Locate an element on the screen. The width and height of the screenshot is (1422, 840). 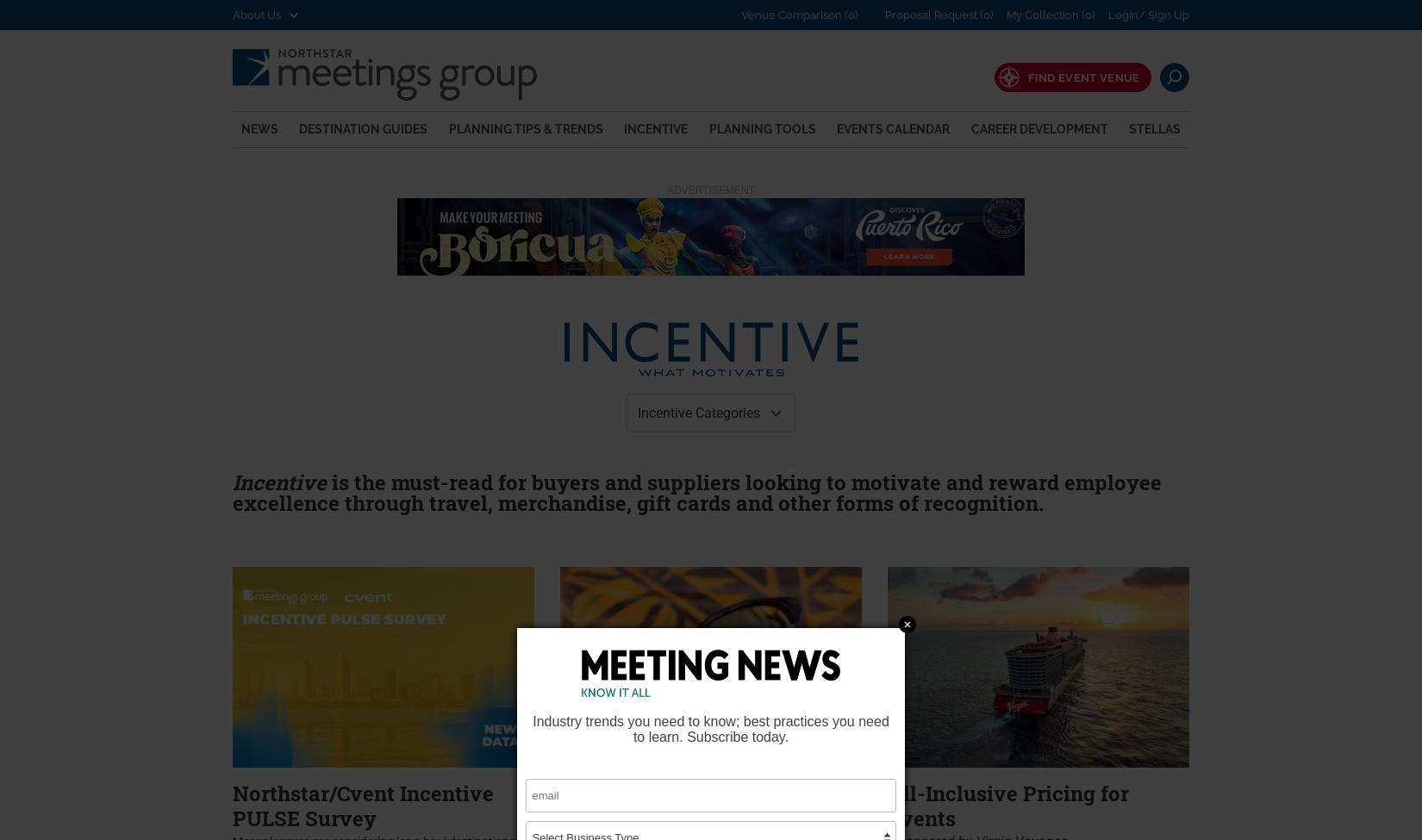
'Stellas' is located at coordinates (1152, 127).